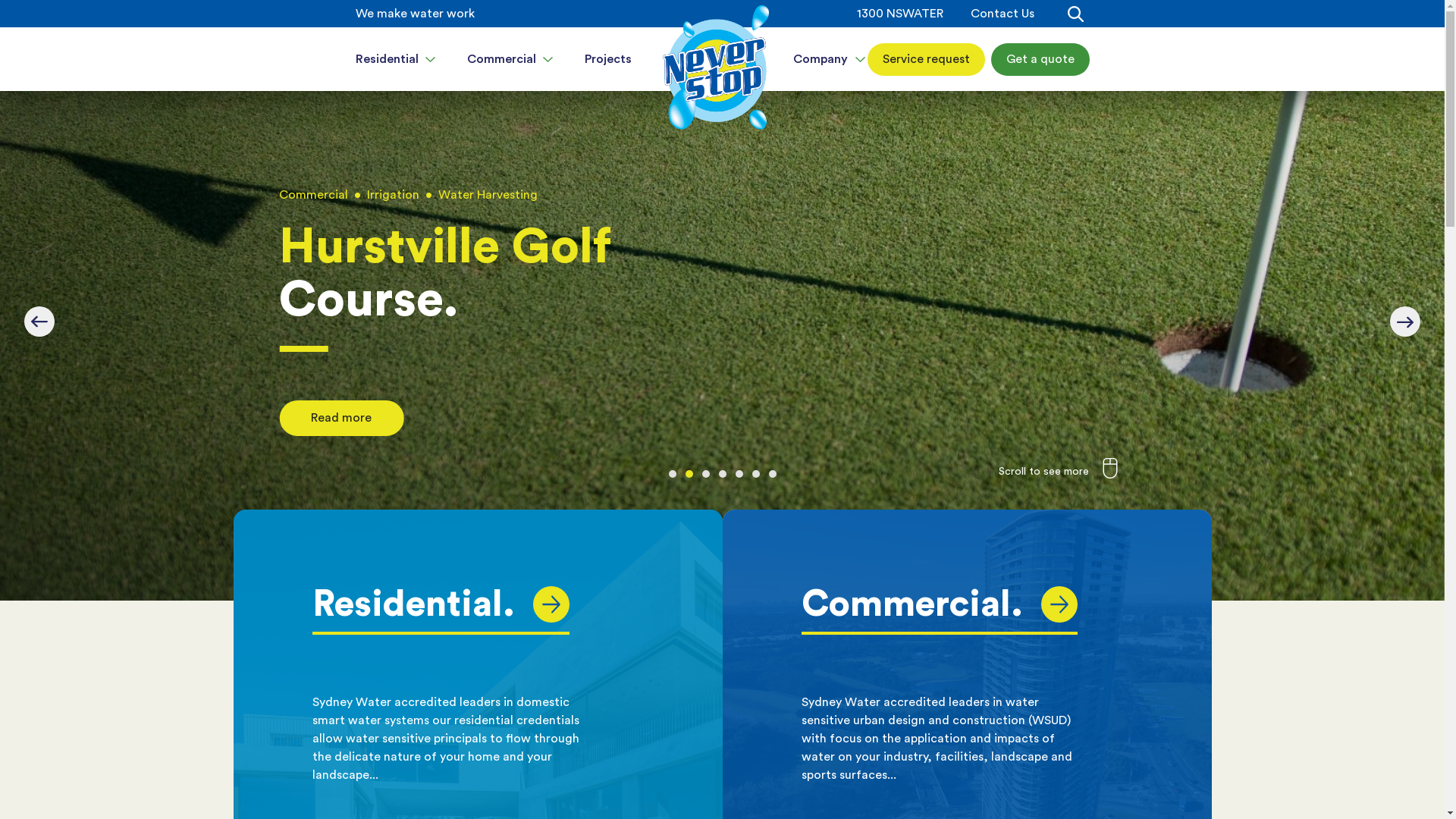  I want to click on 'Commercial', so click(510, 58).